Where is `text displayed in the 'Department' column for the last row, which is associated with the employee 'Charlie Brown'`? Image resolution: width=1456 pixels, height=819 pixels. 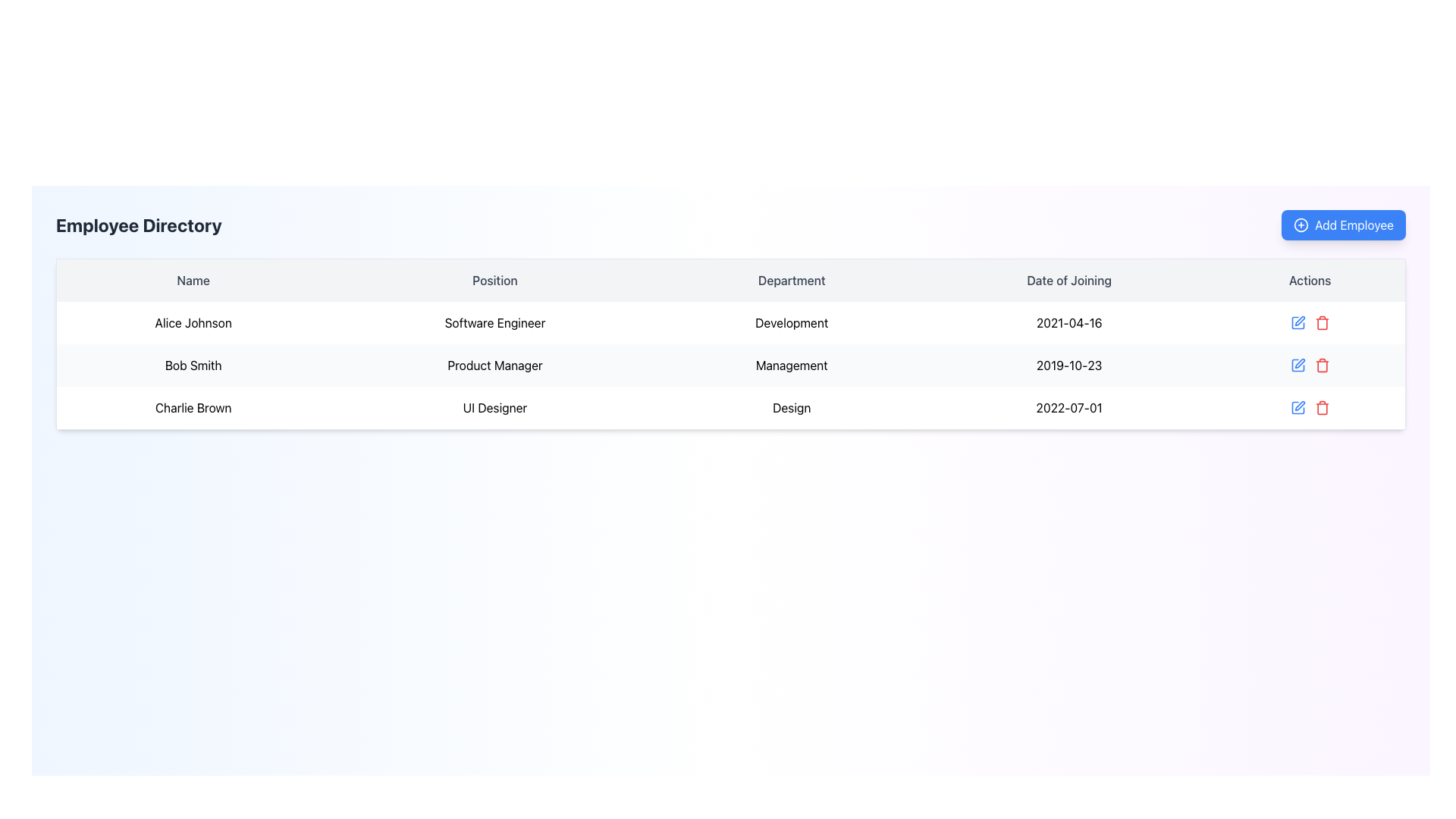 text displayed in the 'Department' column for the last row, which is associated with the employee 'Charlie Brown' is located at coordinates (791, 407).